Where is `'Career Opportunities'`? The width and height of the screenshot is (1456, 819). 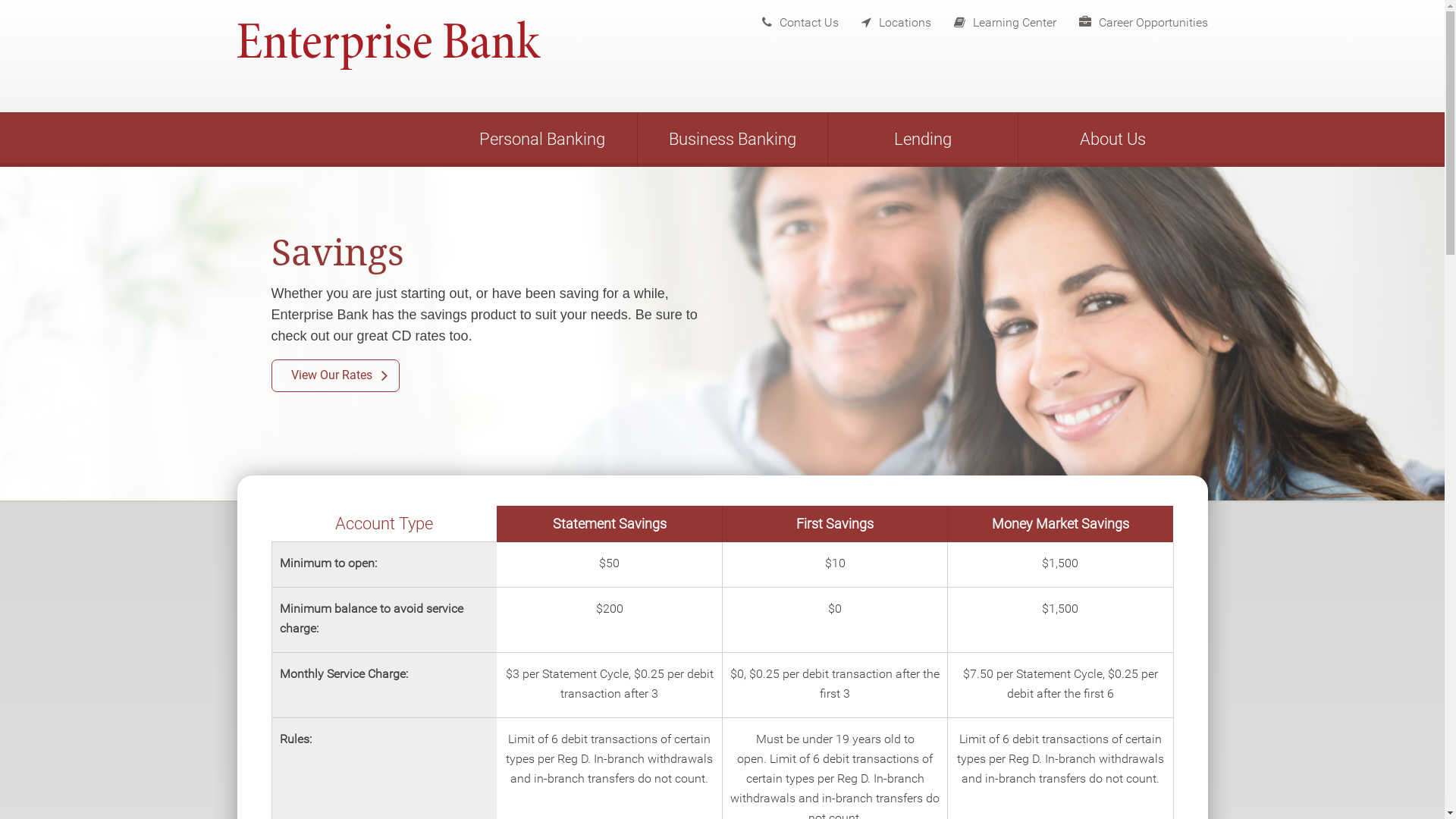
'Career Opportunities' is located at coordinates (1131, 18).